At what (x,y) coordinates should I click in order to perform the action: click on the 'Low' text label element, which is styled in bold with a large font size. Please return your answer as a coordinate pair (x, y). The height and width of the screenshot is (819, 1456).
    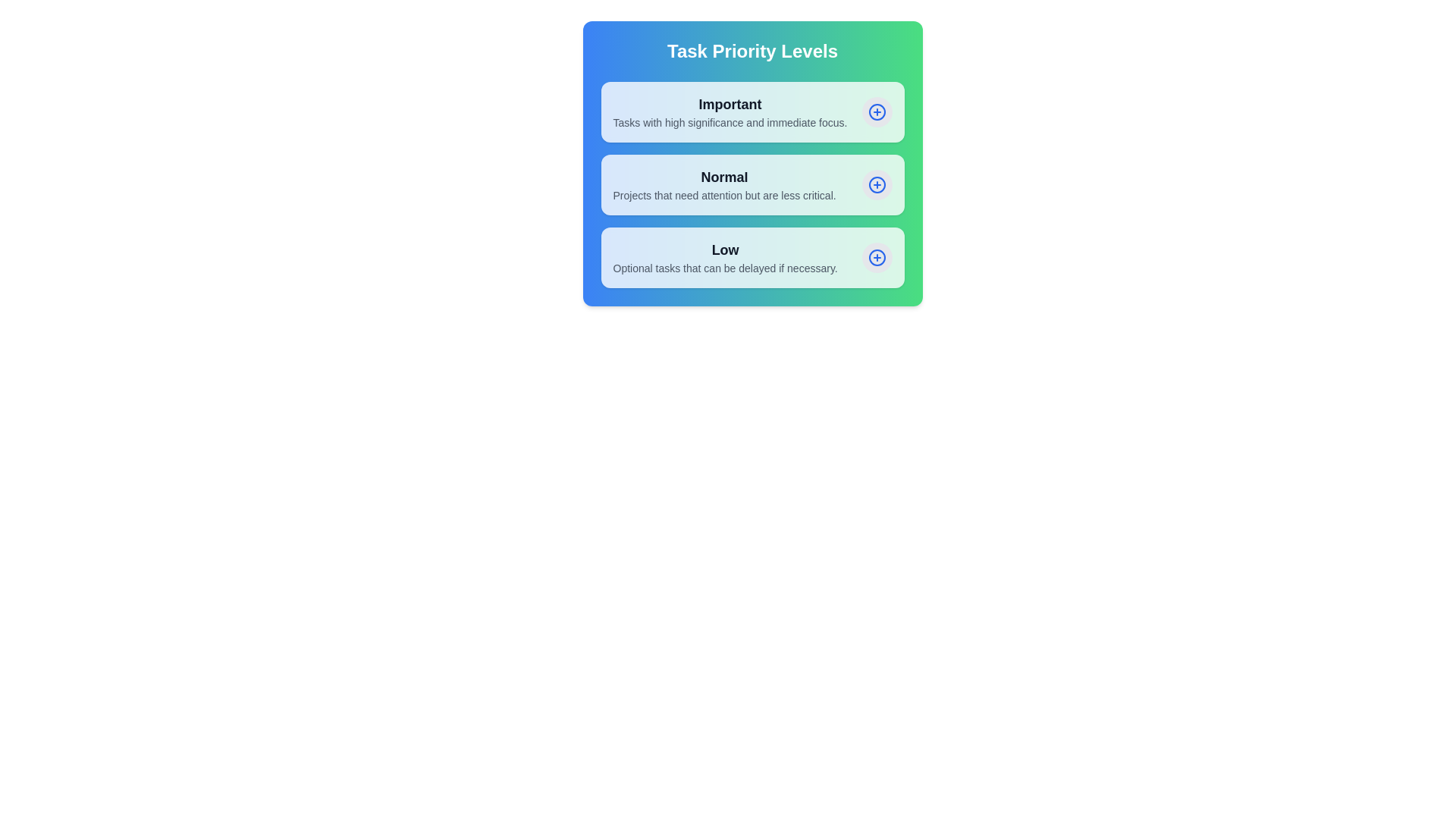
    Looking at the image, I should click on (724, 249).